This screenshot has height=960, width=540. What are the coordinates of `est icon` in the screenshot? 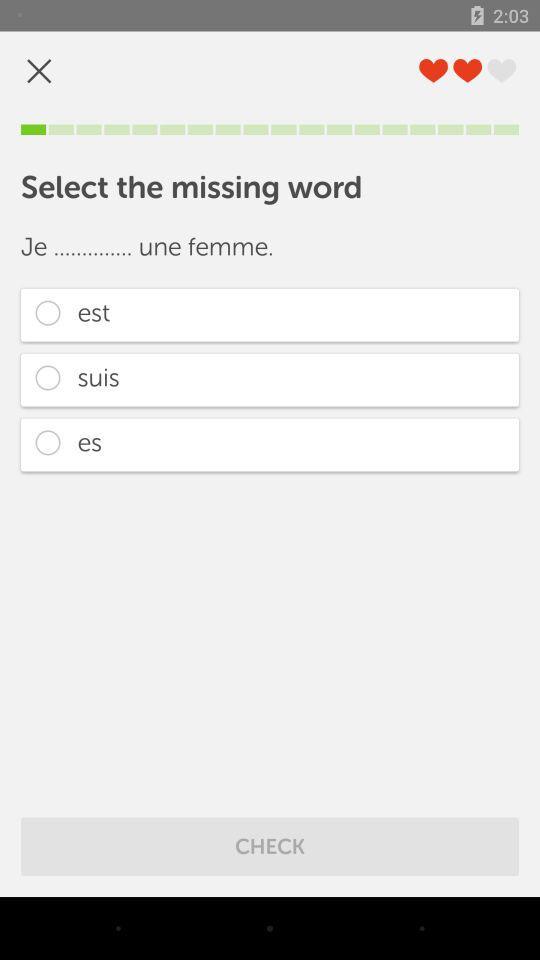 It's located at (270, 315).